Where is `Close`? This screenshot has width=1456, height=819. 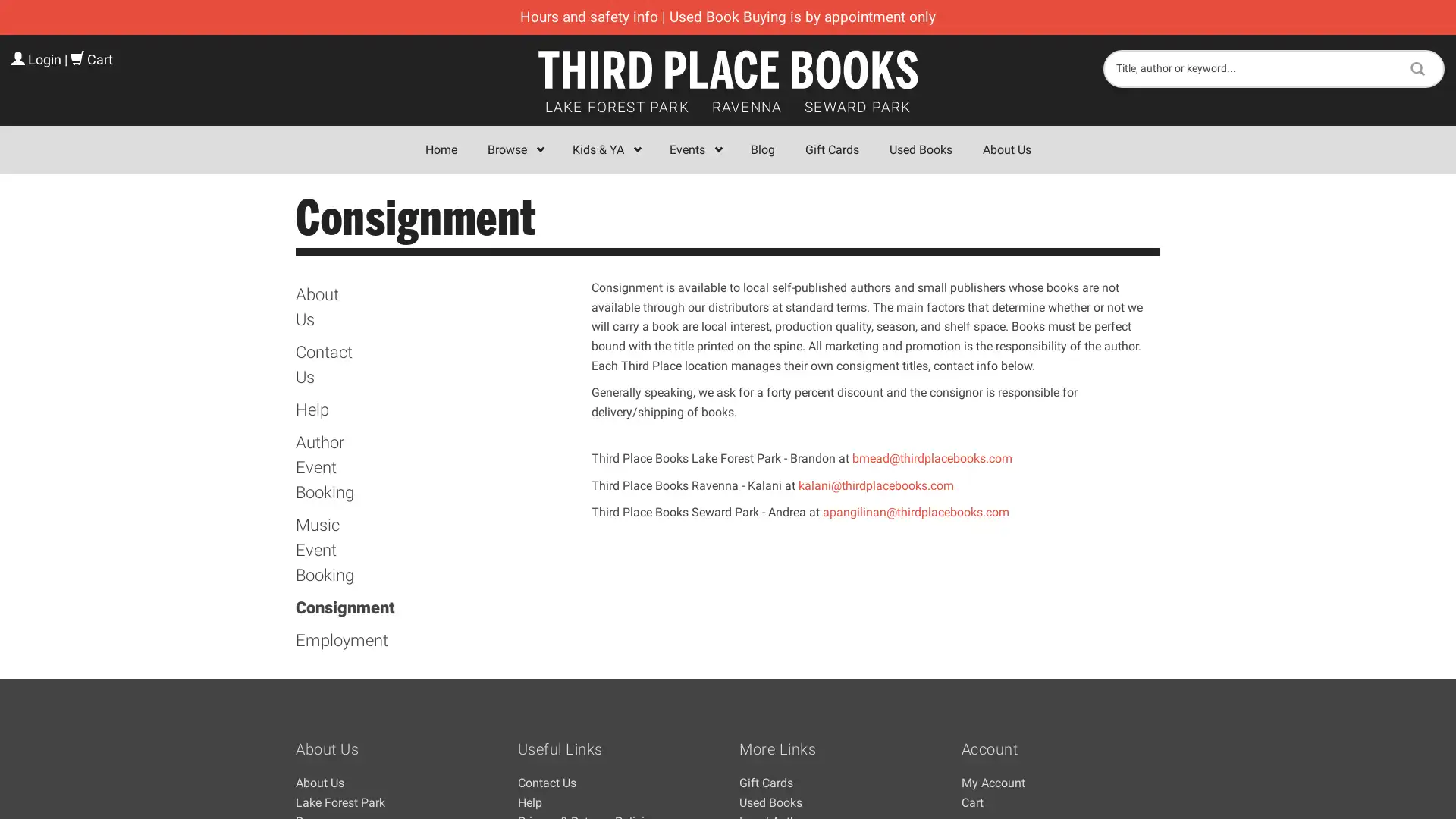
Close is located at coordinates (949, 222).